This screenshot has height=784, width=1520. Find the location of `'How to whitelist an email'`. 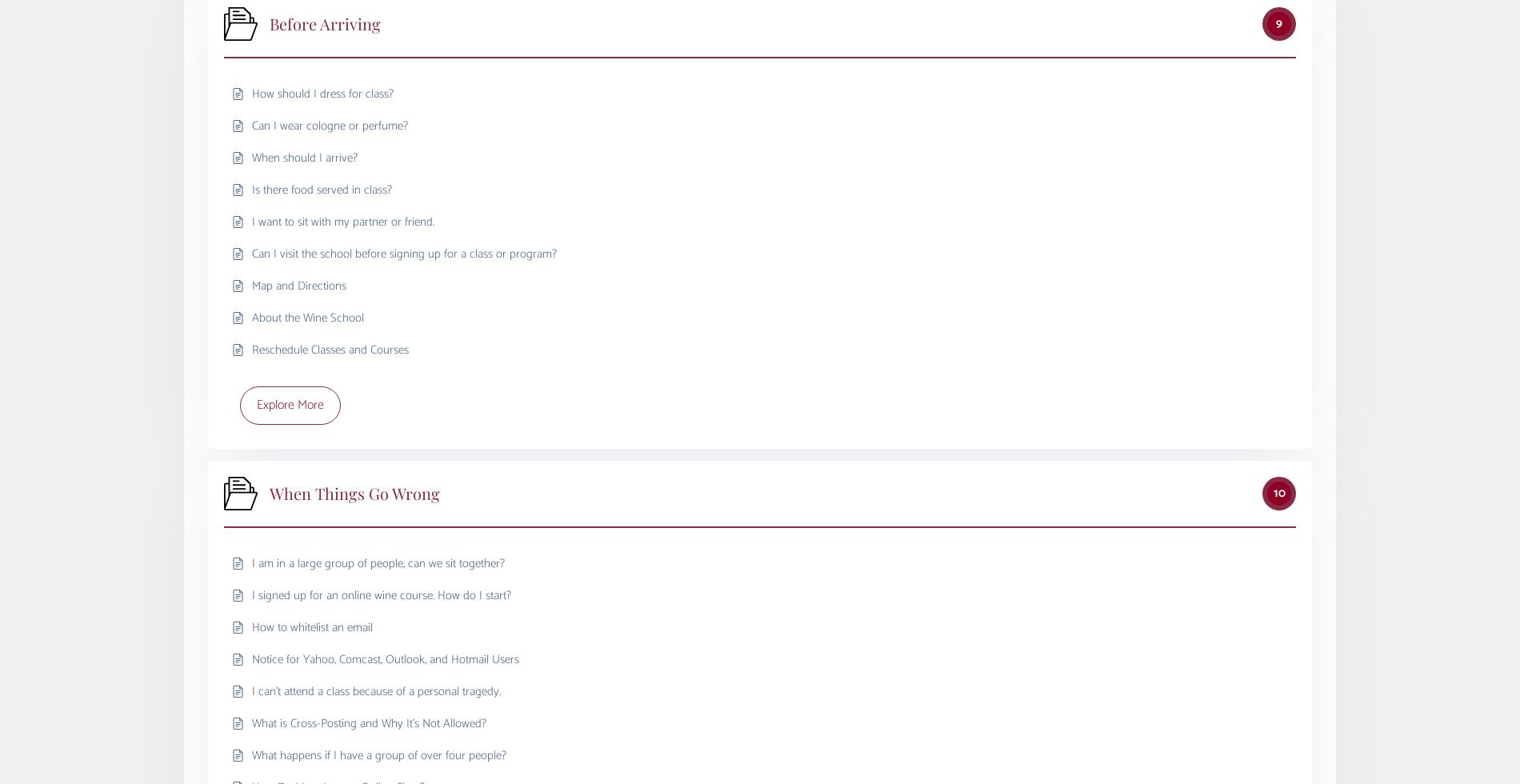

'How to whitelist an email' is located at coordinates (311, 626).